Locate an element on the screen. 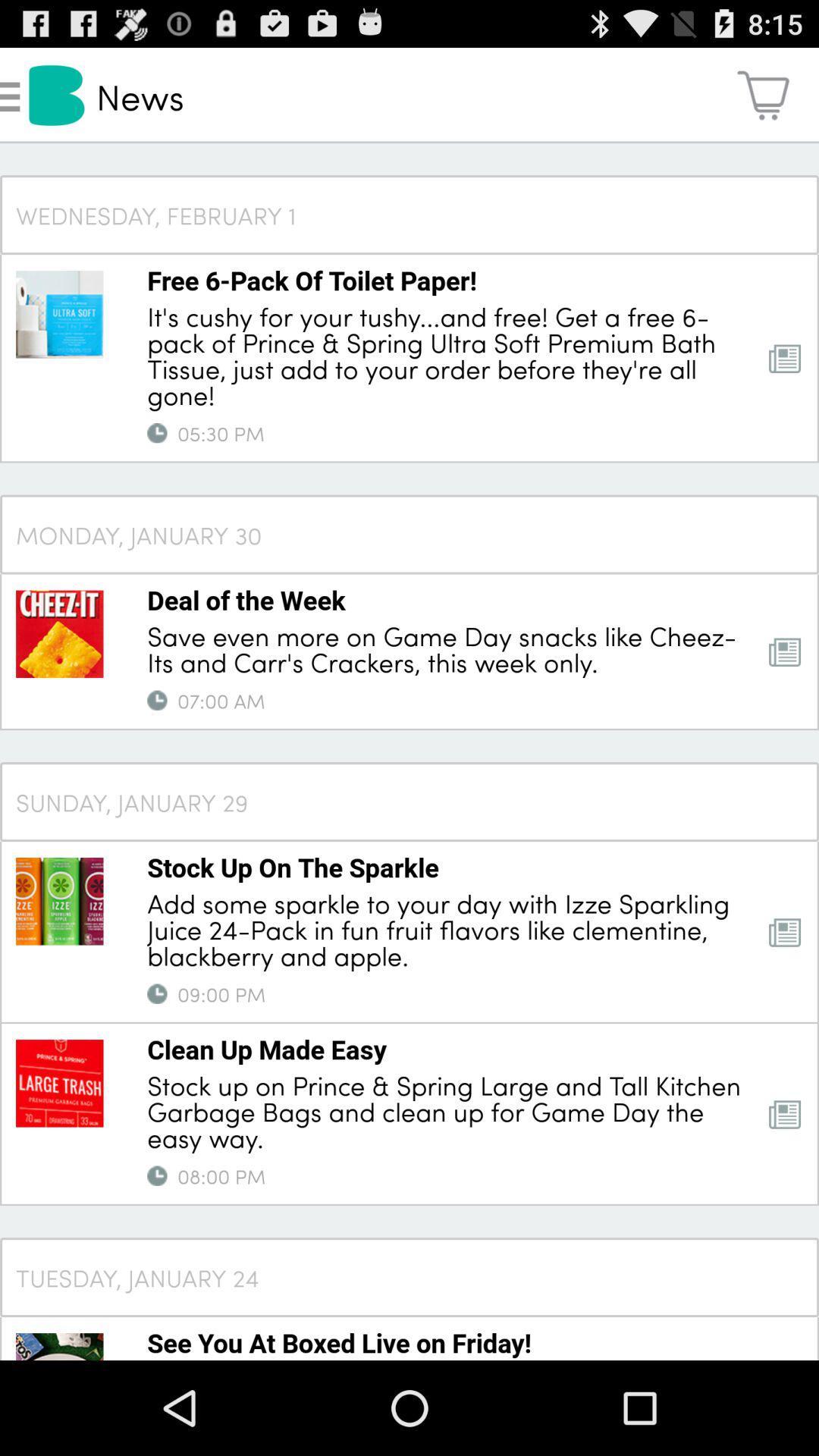  the icon below the monday, january 30 item is located at coordinates (246, 599).